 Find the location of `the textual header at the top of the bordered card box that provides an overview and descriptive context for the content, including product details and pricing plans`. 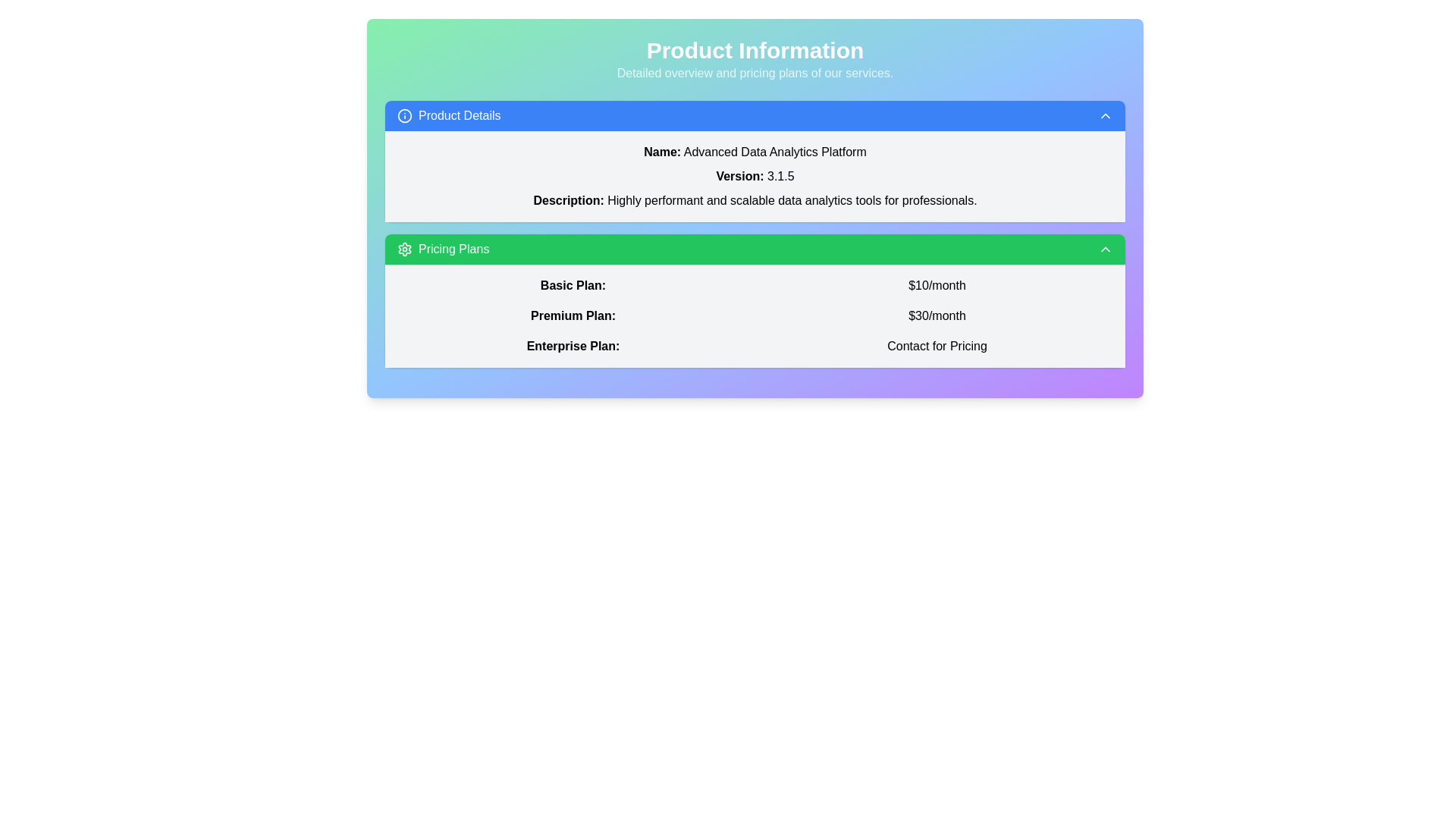

the textual header at the top of the bordered card box that provides an overview and descriptive context for the content, including product details and pricing plans is located at coordinates (755, 58).